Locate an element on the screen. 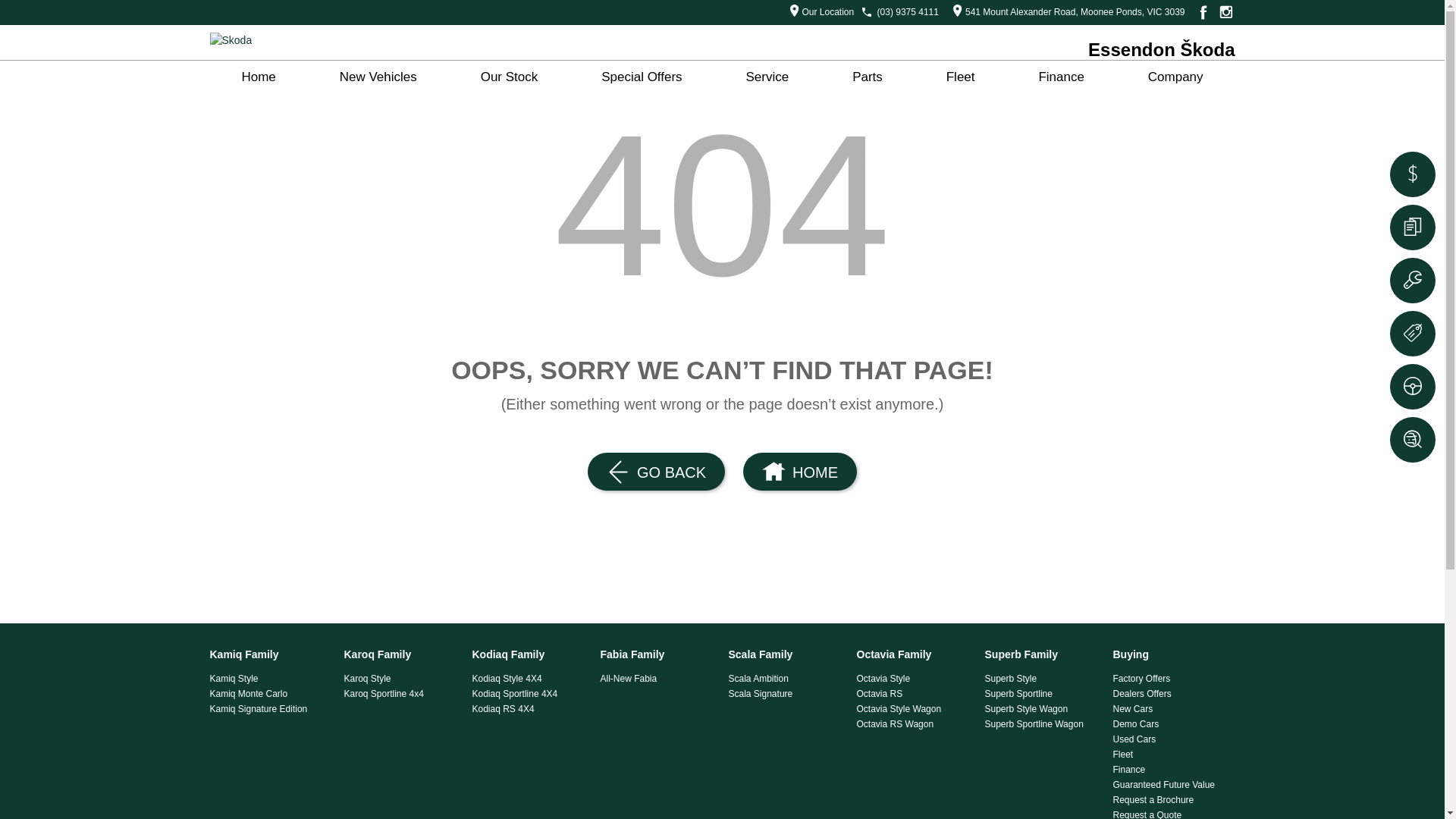 The height and width of the screenshot is (819, 1456). '541 Mount Alexander Road, Moonee Ponds, VIC 3039' is located at coordinates (1064, 11).